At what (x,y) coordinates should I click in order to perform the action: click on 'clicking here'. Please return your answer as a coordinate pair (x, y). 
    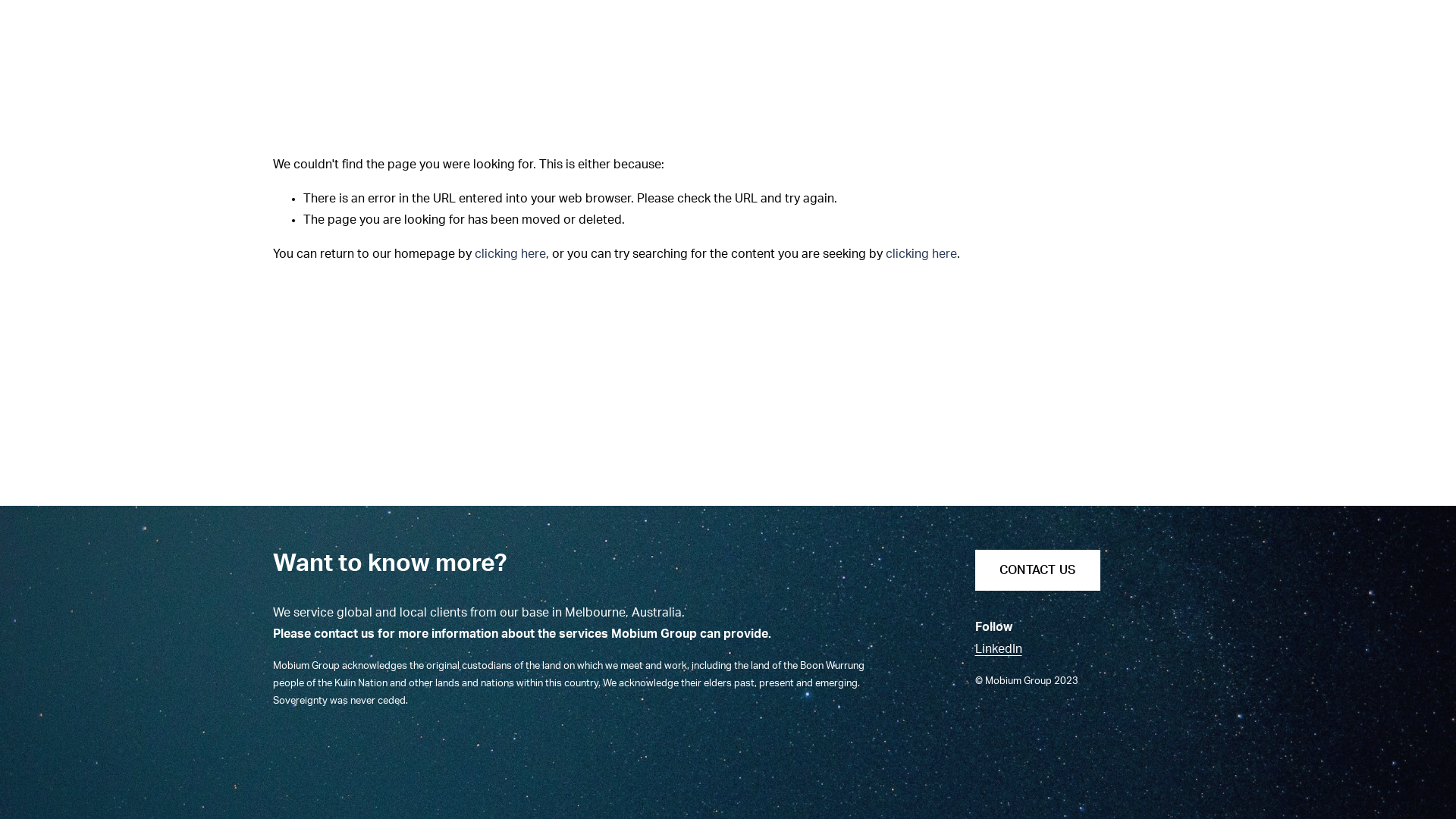
    Looking at the image, I should click on (510, 253).